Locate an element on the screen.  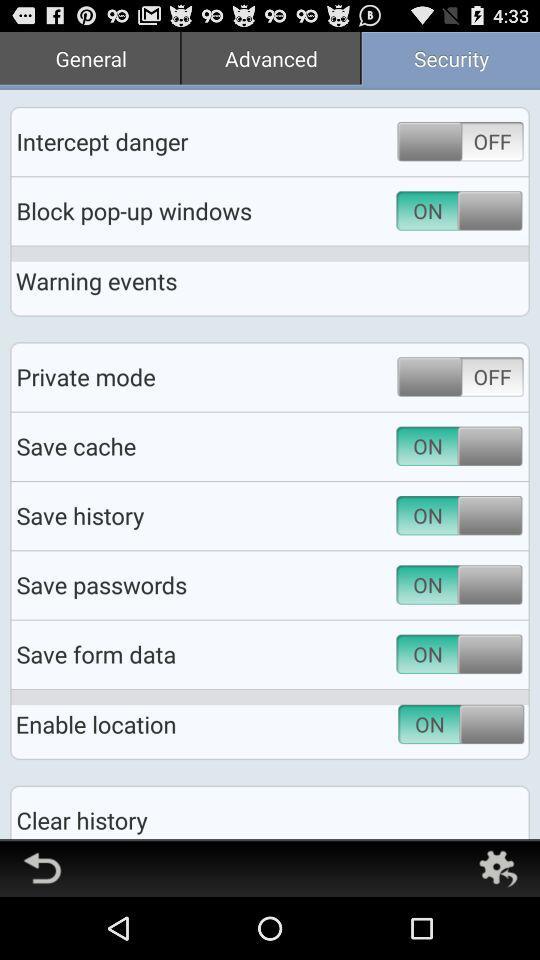
the switch button on the save history is located at coordinates (488, 585).